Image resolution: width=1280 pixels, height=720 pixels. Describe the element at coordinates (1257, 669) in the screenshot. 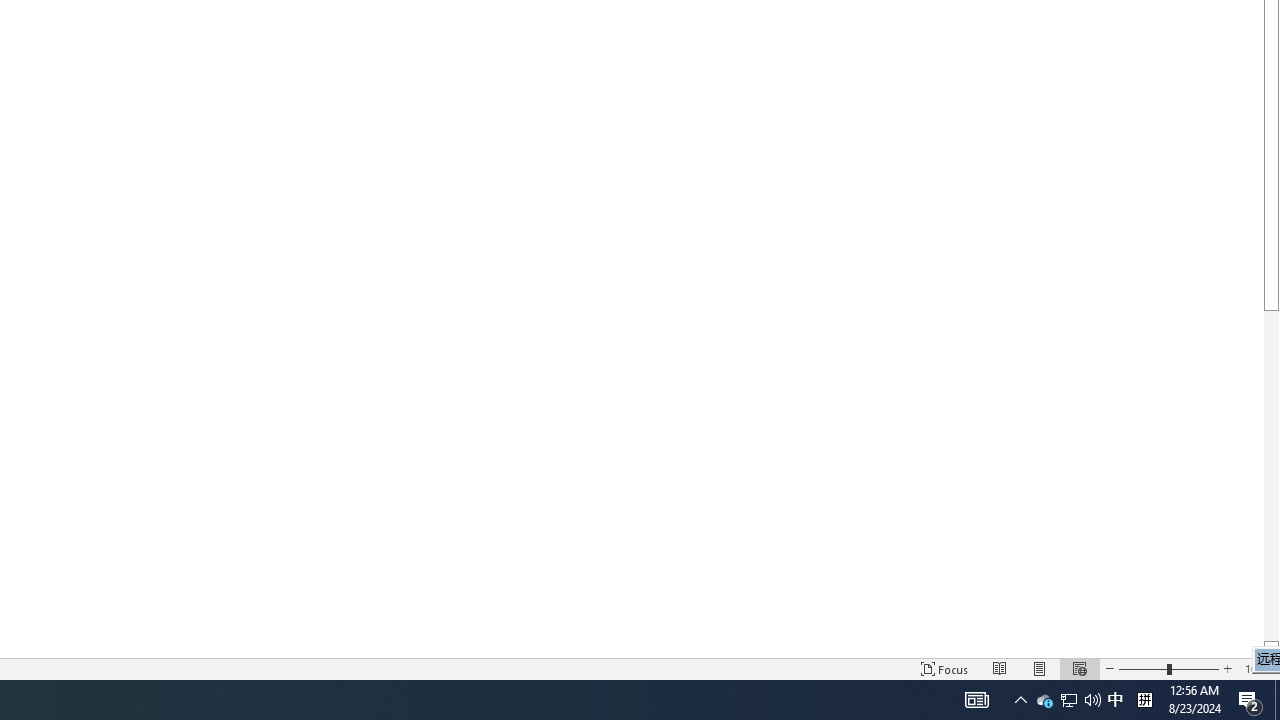

I see `'Zoom 100%'` at that location.